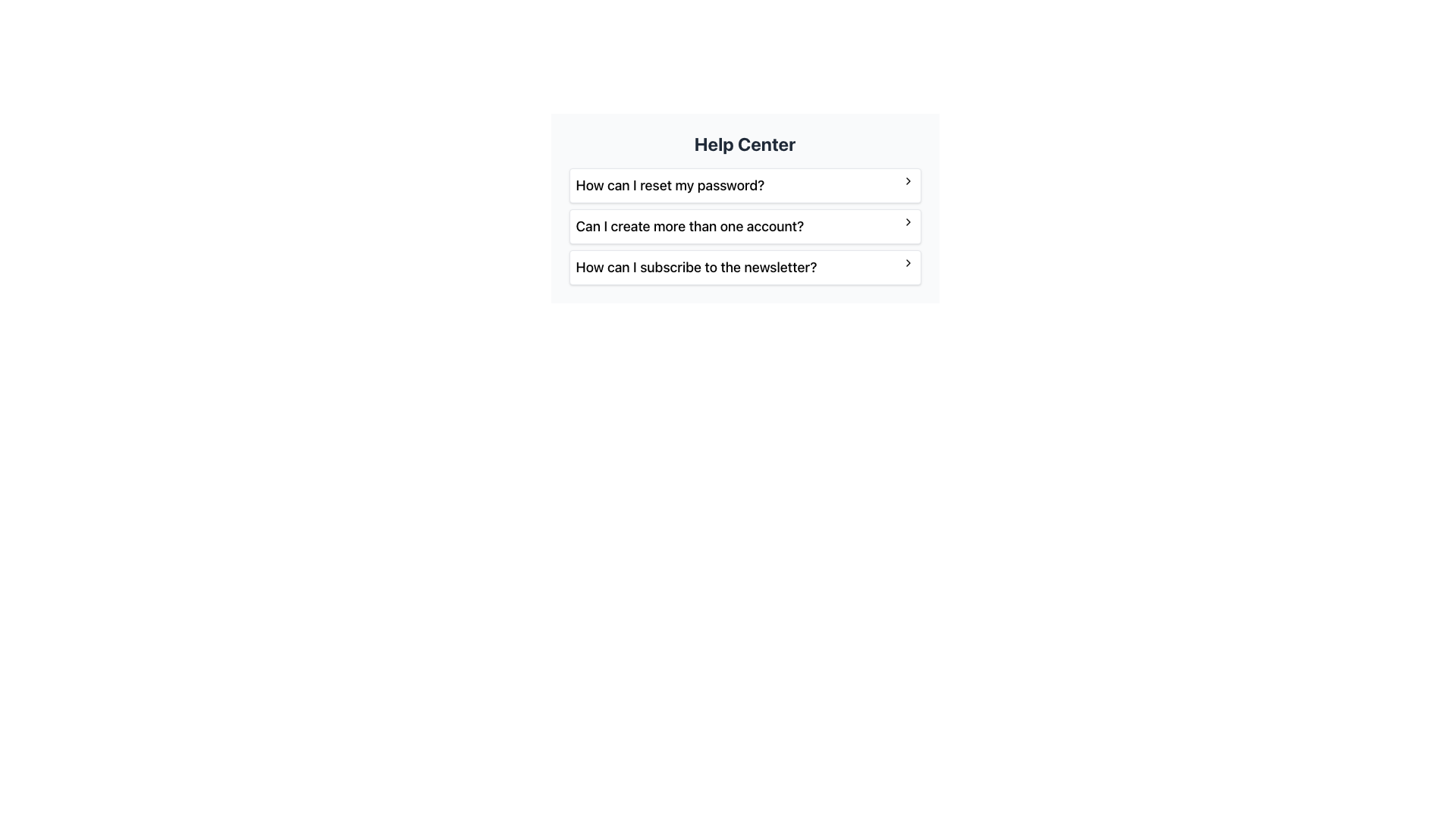  Describe the element at coordinates (745, 227) in the screenshot. I see `the second Interactive FAQ item under the 'Help Center' heading` at that location.